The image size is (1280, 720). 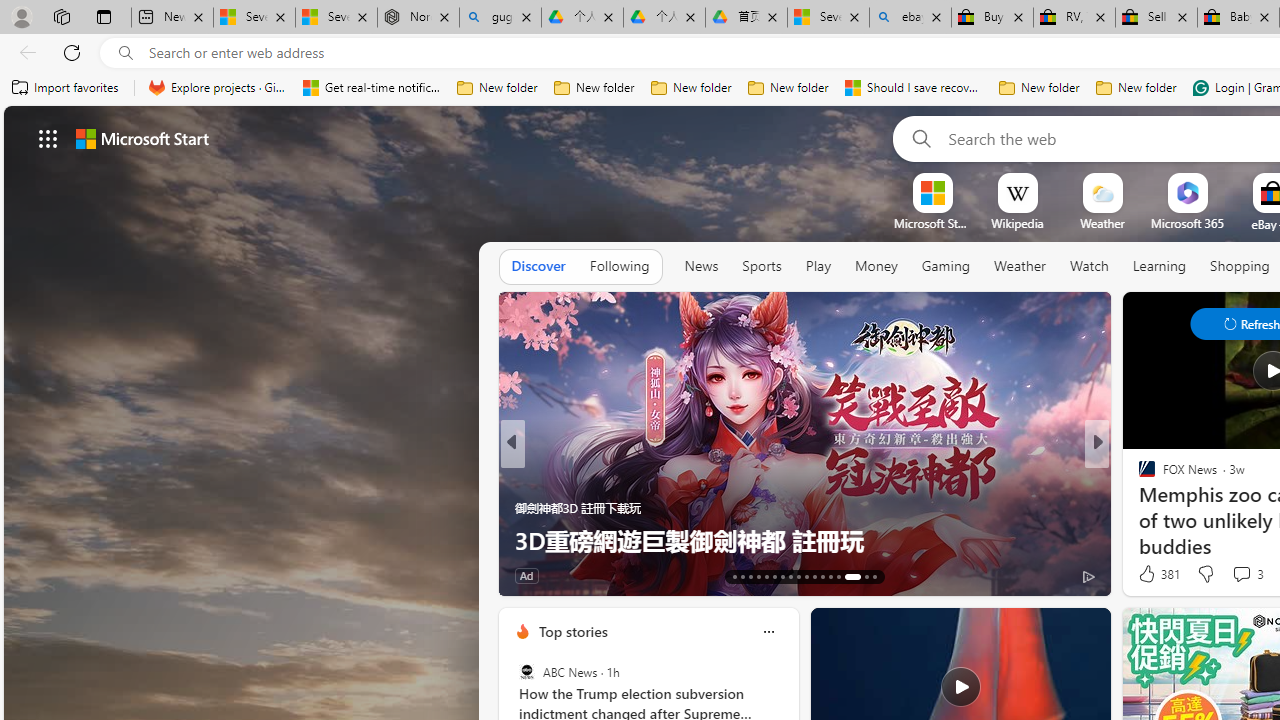 I want to click on 'Microsoft 365', so click(x=1187, y=223).